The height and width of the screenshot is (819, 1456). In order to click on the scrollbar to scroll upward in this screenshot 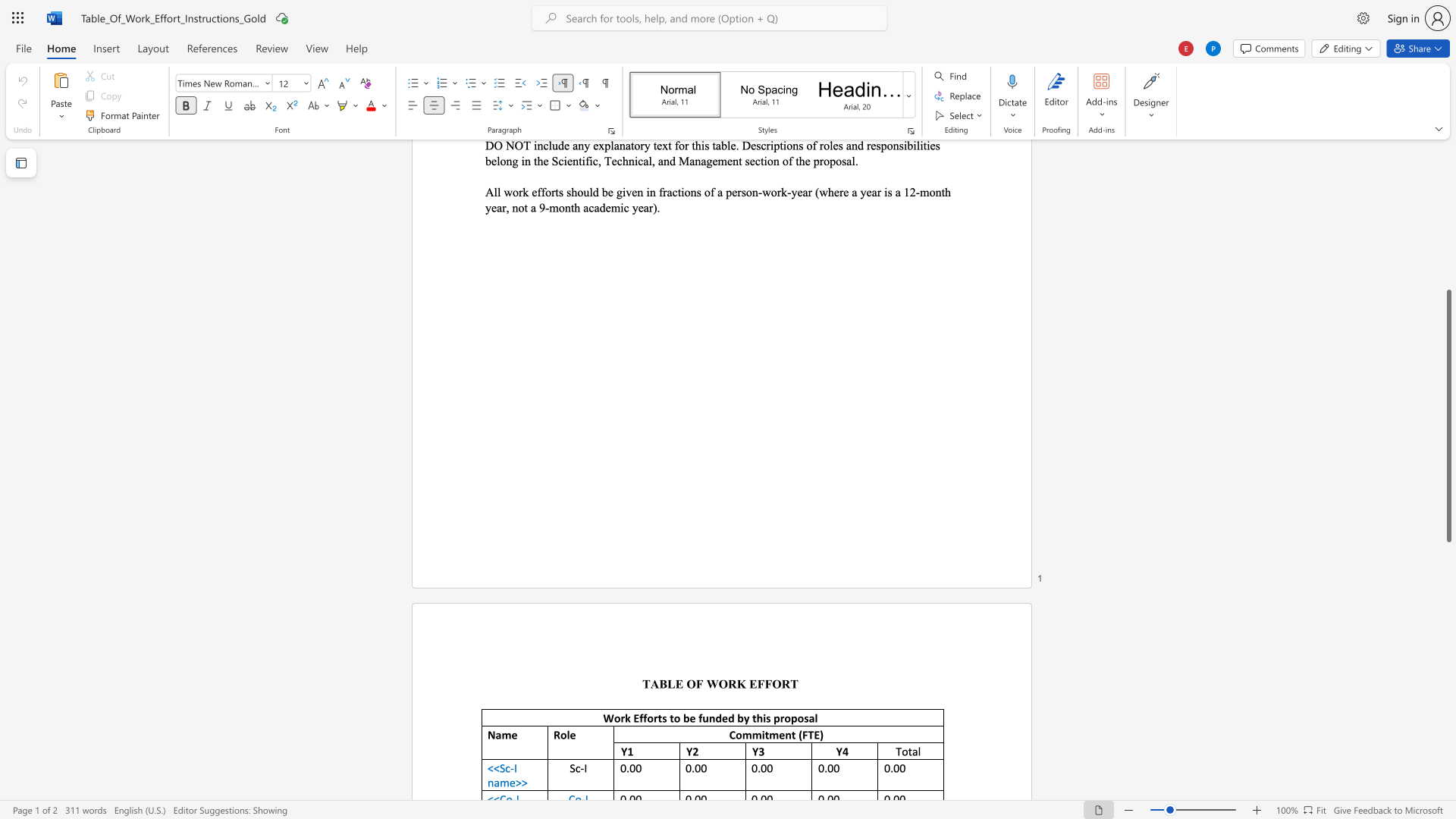, I will do `click(1448, 265)`.